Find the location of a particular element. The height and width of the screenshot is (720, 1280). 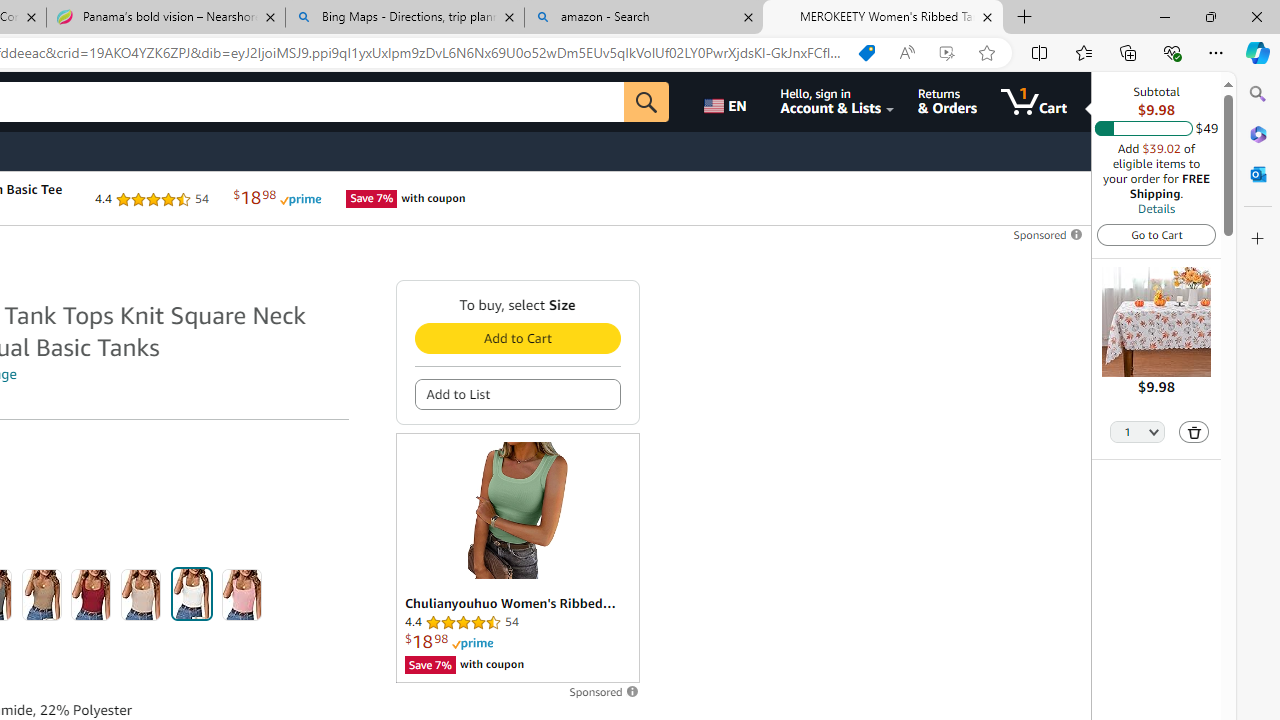

'White' is located at coordinates (191, 593).